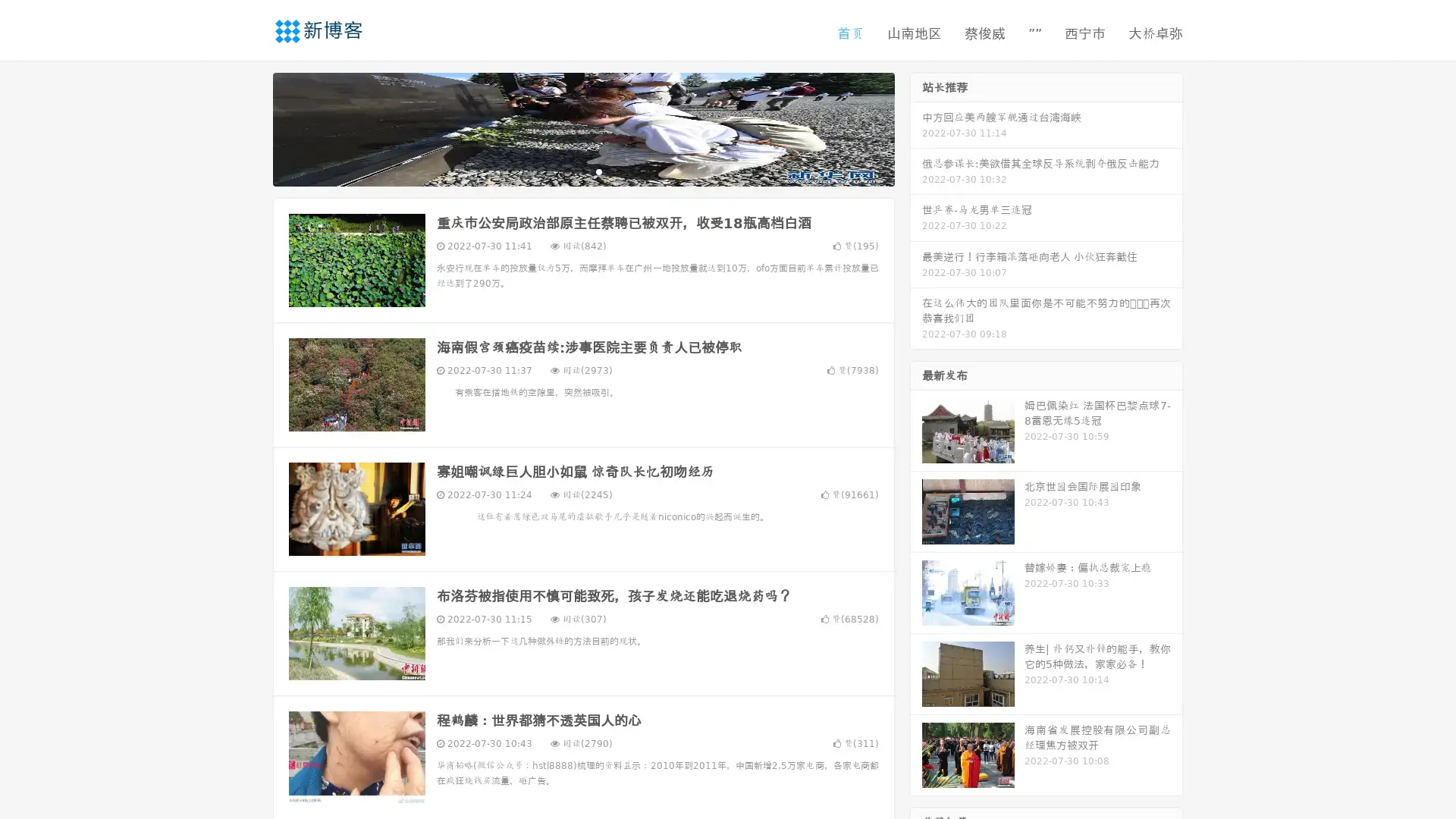 Image resolution: width=1456 pixels, height=819 pixels. What do you see at coordinates (582, 171) in the screenshot?
I see `Go to slide 2` at bounding box center [582, 171].